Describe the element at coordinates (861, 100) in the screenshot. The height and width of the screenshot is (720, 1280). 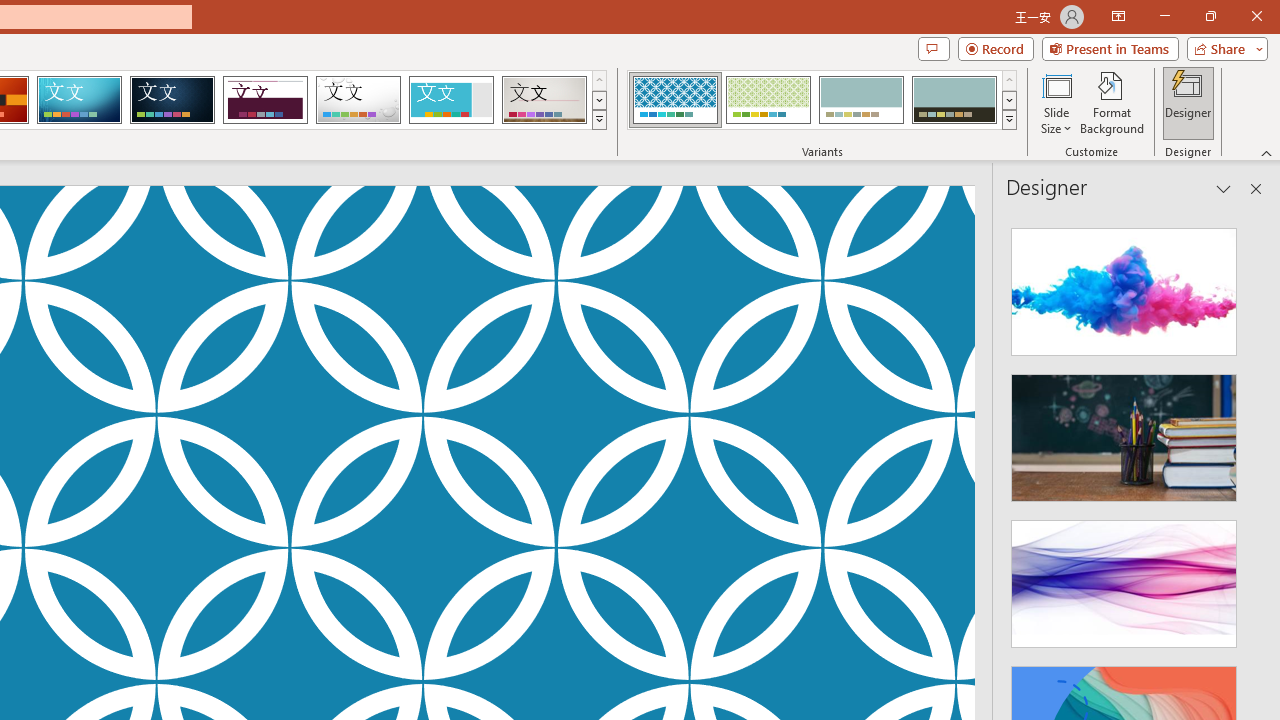
I see `'Integral Variant 3'` at that location.